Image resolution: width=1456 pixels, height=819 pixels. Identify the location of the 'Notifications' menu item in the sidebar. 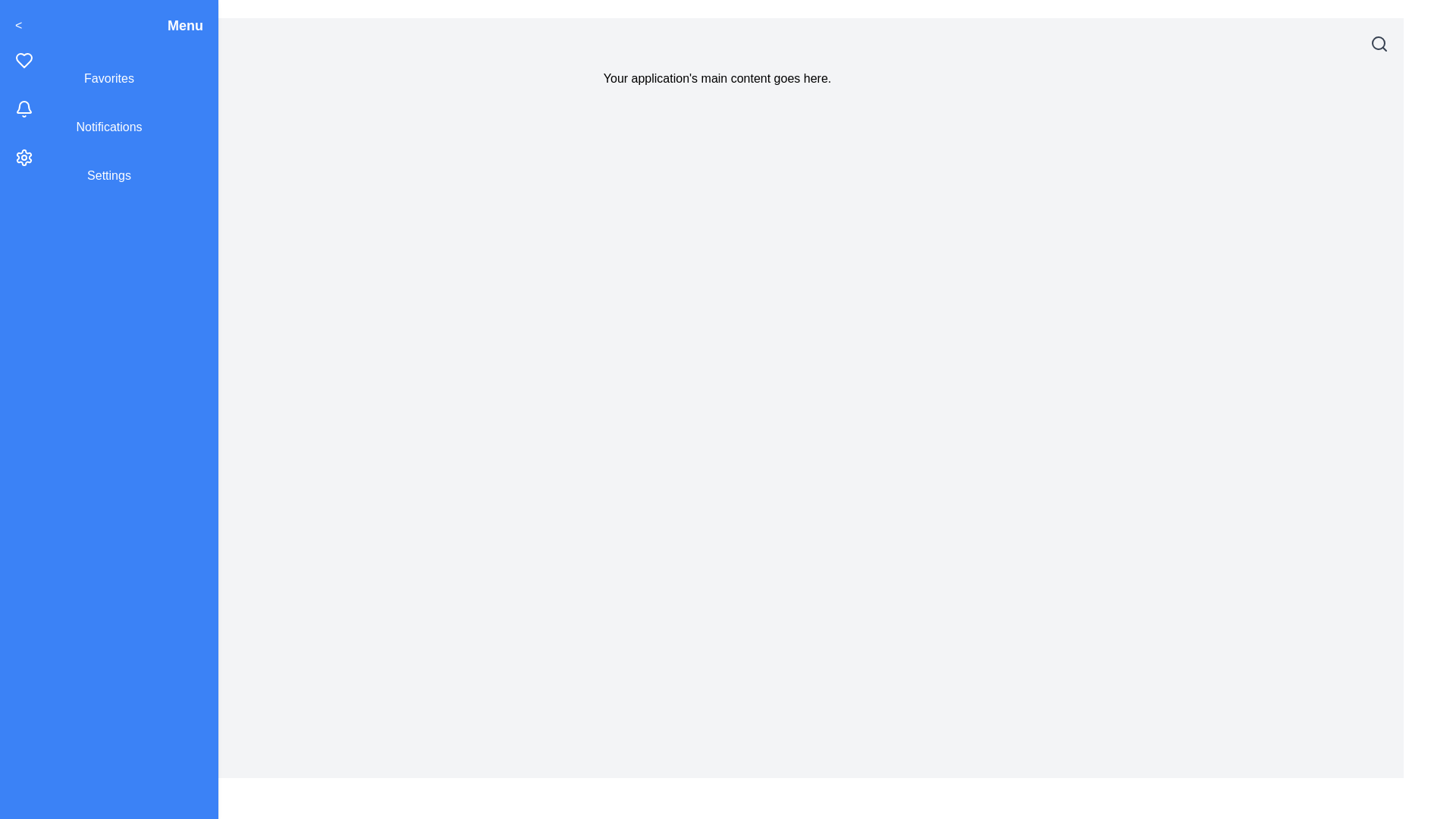
(108, 117).